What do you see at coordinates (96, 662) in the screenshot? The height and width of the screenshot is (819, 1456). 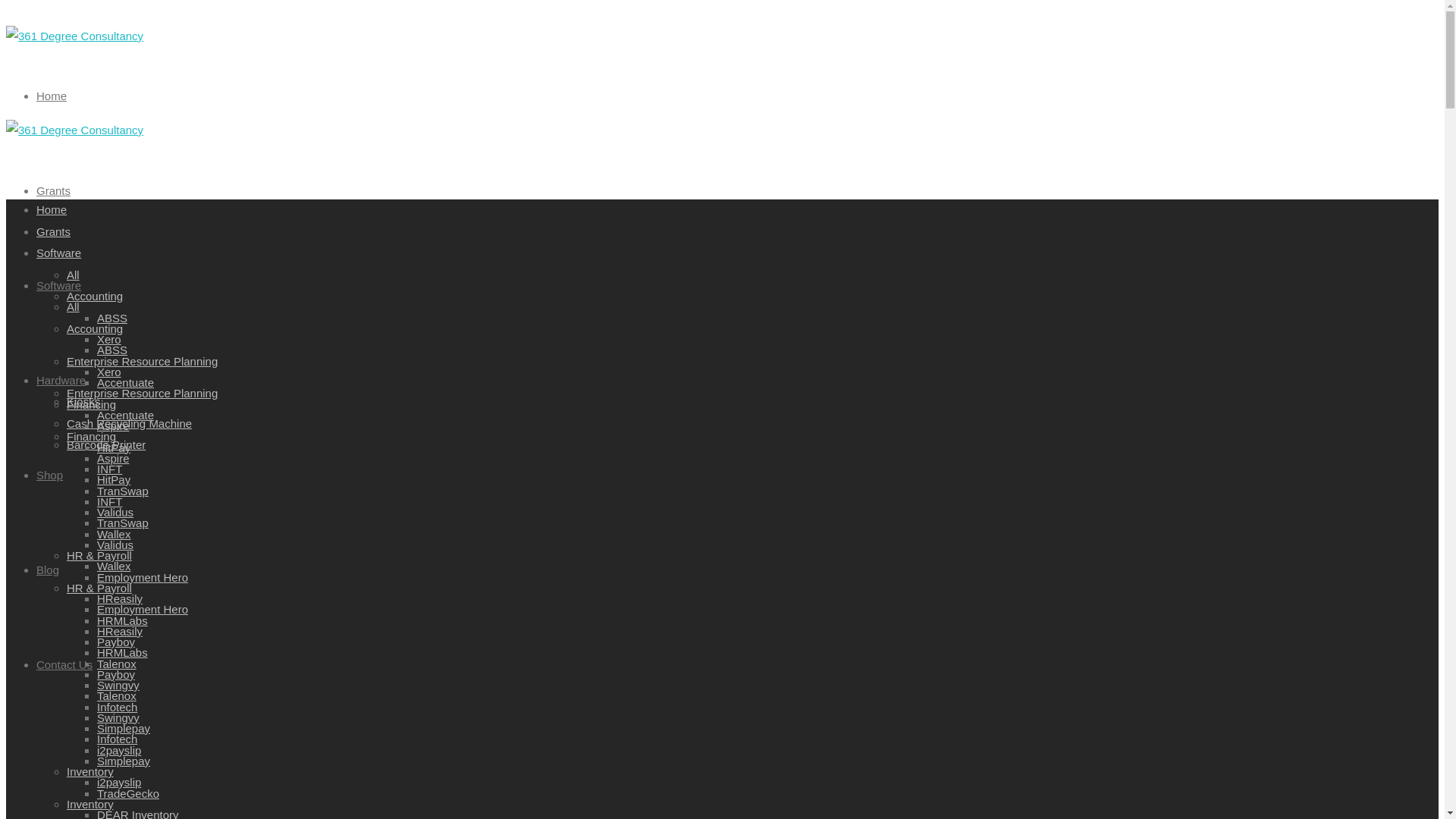 I see `'Talenox'` at bounding box center [96, 662].